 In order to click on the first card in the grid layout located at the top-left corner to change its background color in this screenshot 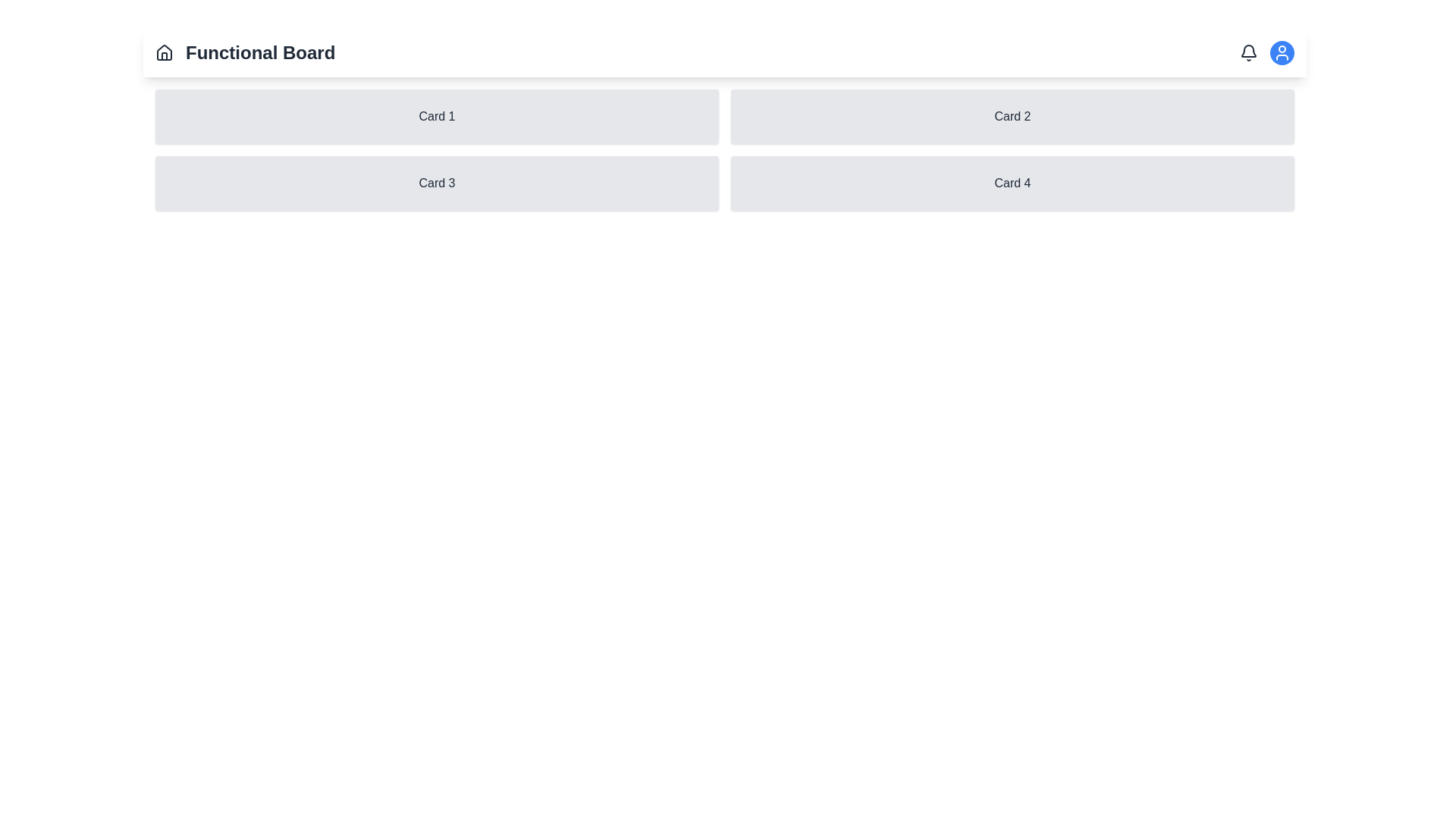, I will do `click(436, 116)`.